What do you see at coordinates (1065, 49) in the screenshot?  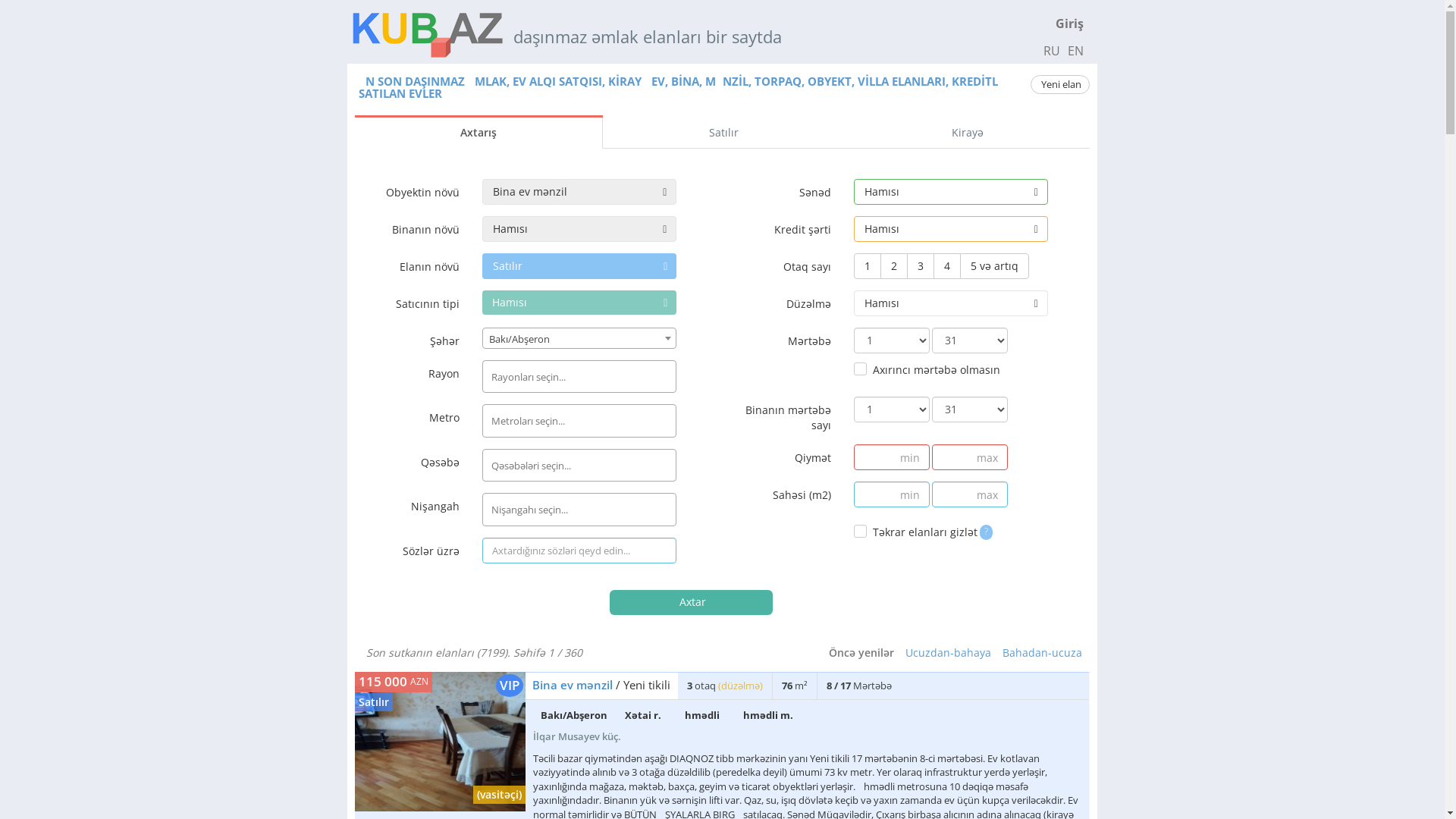 I see `'EN'` at bounding box center [1065, 49].